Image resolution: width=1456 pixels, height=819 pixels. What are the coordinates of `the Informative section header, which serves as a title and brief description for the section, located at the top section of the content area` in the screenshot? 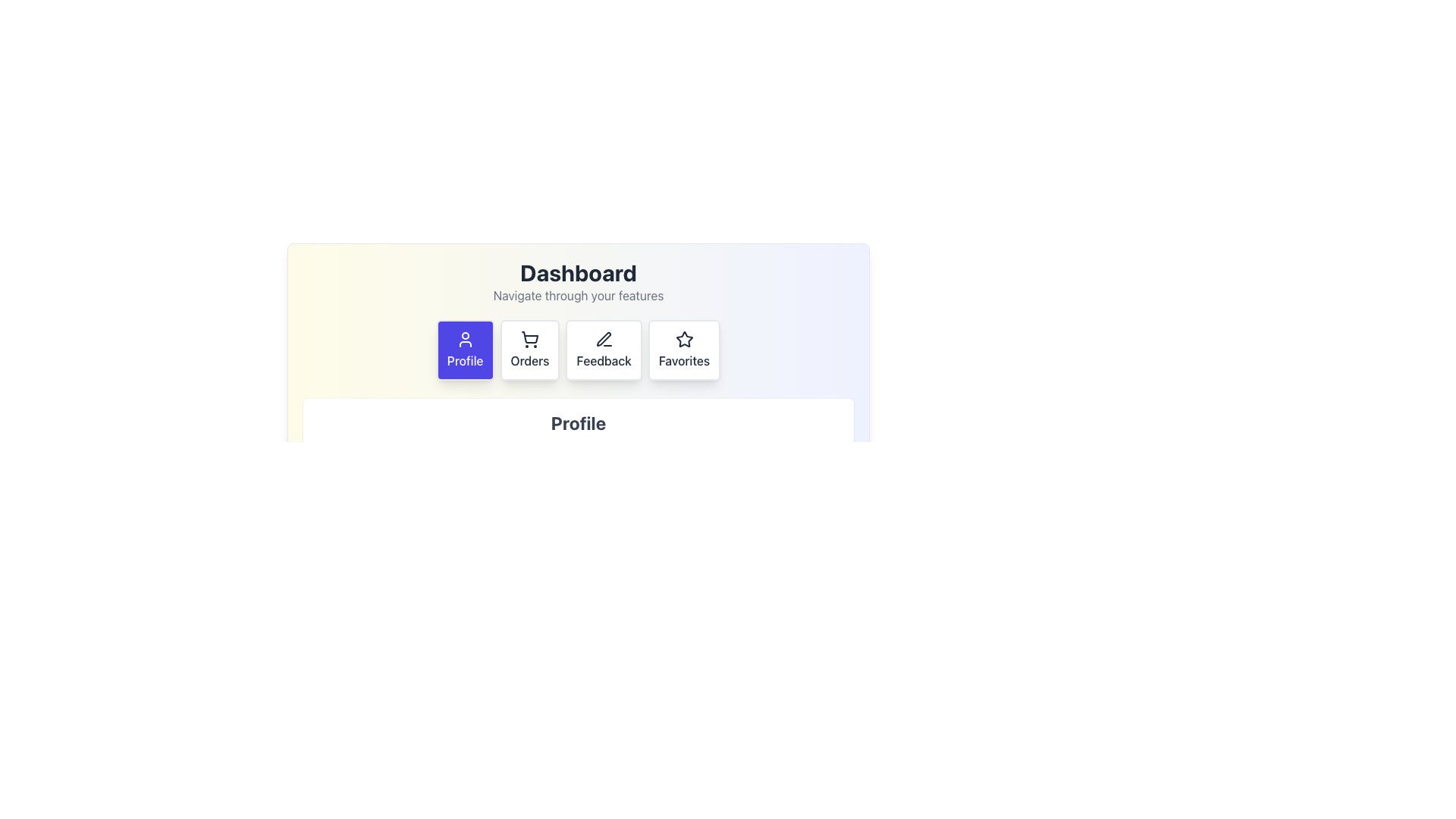 It's located at (578, 281).